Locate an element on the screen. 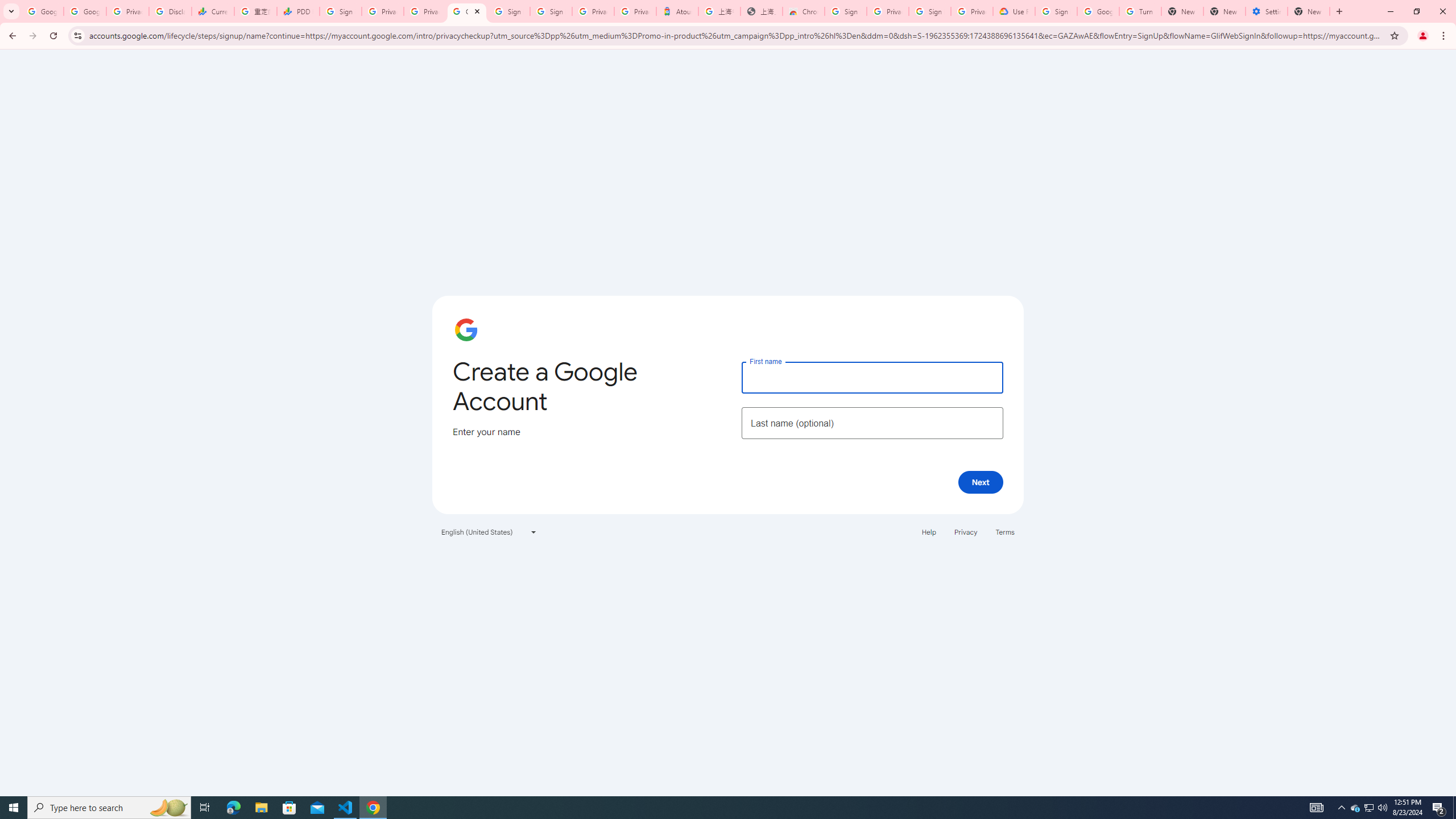 Image resolution: width=1456 pixels, height=819 pixels. 'Sign in - Google Accounts' is located at coordinates (510, 11).